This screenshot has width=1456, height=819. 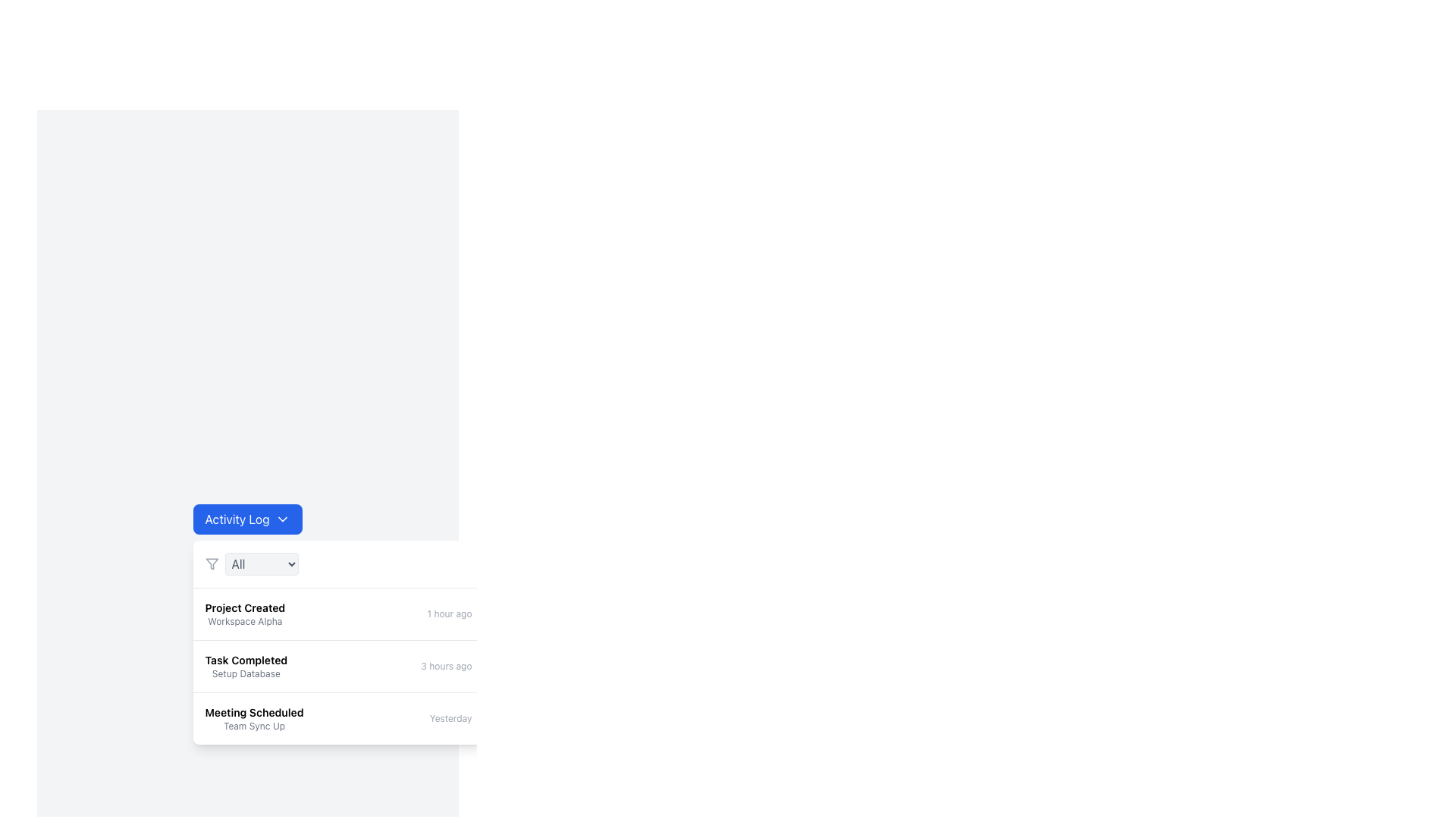 What do you see at coordinates (246, 660) in the screenshot?
I see `the informational text label that serves as the title of the second entry in the timeline, located between 'Project Created' and 'Meeting Scheduled'` at bounding box center [246, 660].